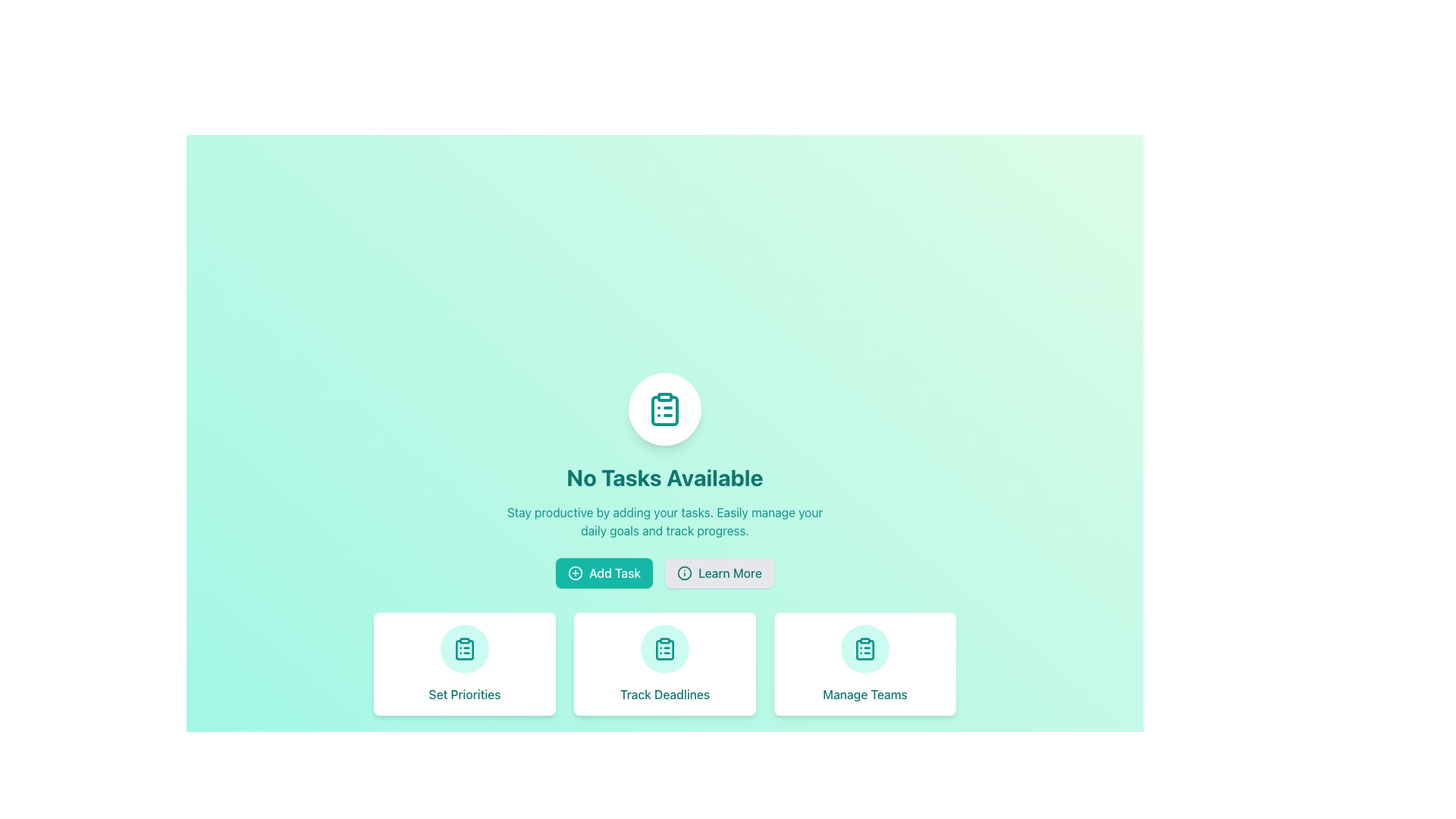 The height and width of the screenshot is (819, 1456). Describe the element at coordinates (464, 648) in the screenshot. I see `the icon representing the concept of setting priorities, which is located inside the 'Set Priorities' card in the bottom row of the interface` at that location.